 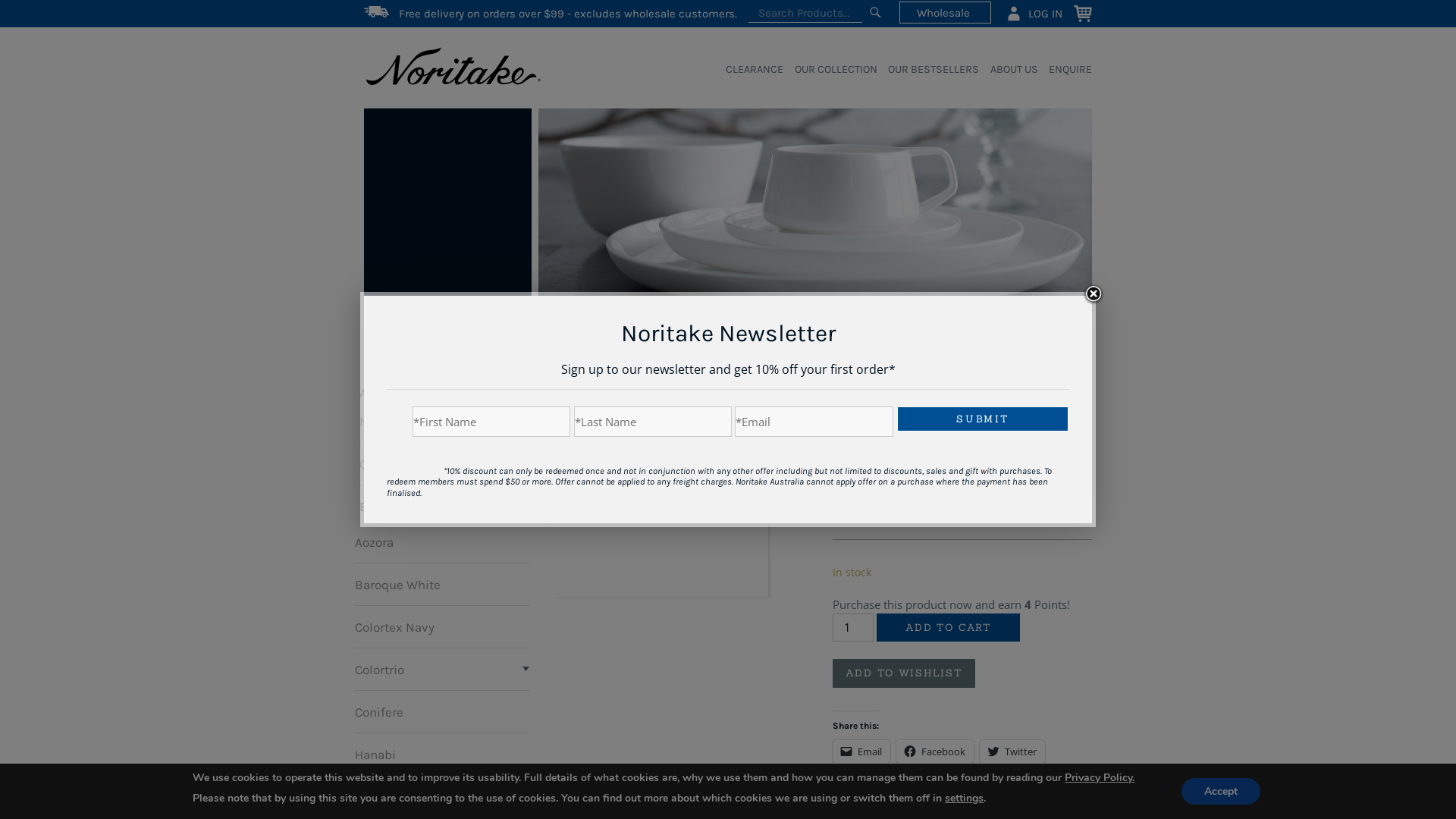 What do you see at coordinates (946, 628) in the screenshot?
I see `'ADD TO CART'` at bounding box center [946, 628].